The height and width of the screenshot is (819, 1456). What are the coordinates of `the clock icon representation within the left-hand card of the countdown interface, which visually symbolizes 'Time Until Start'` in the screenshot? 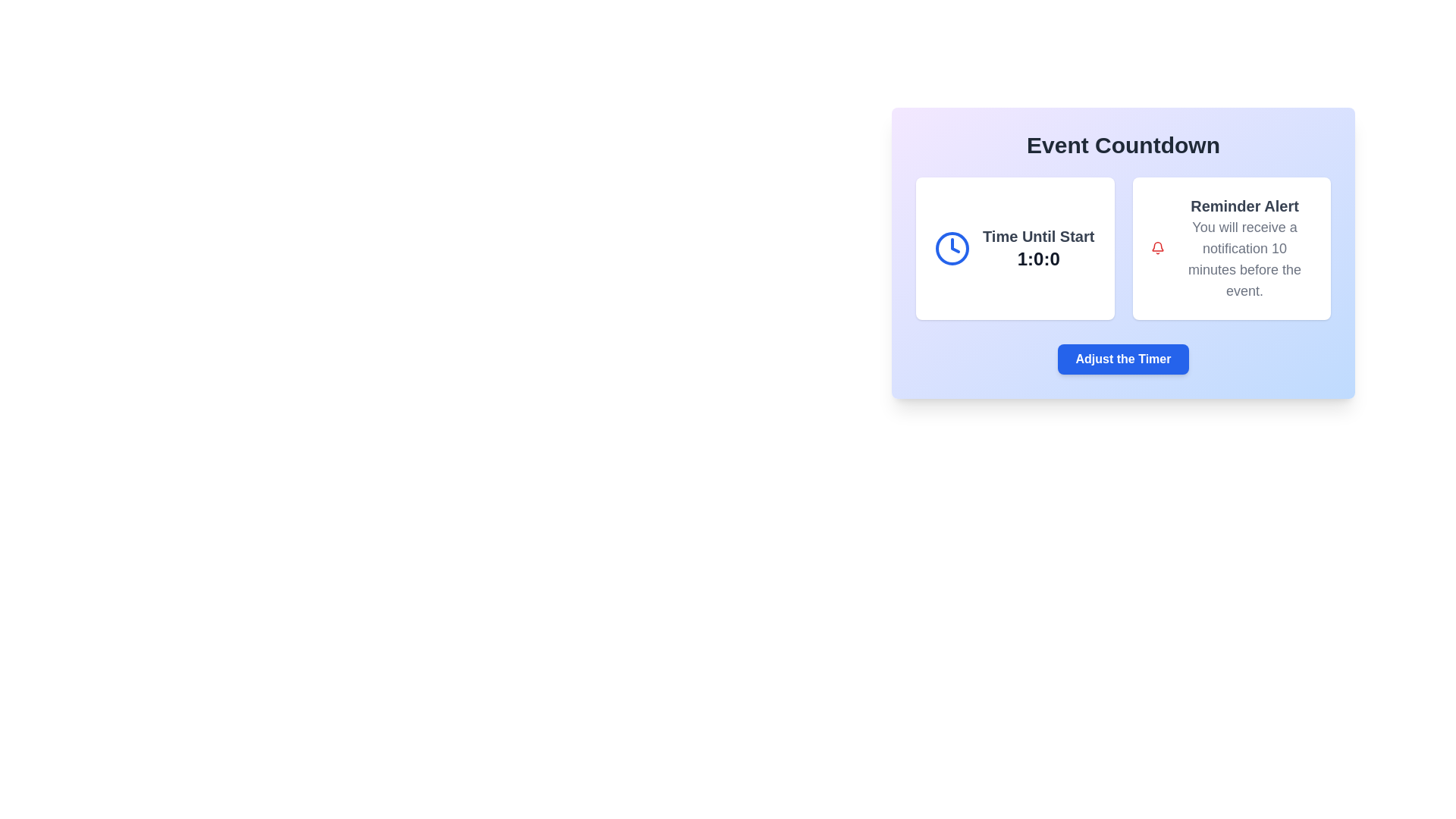 It's located at (952, 247).